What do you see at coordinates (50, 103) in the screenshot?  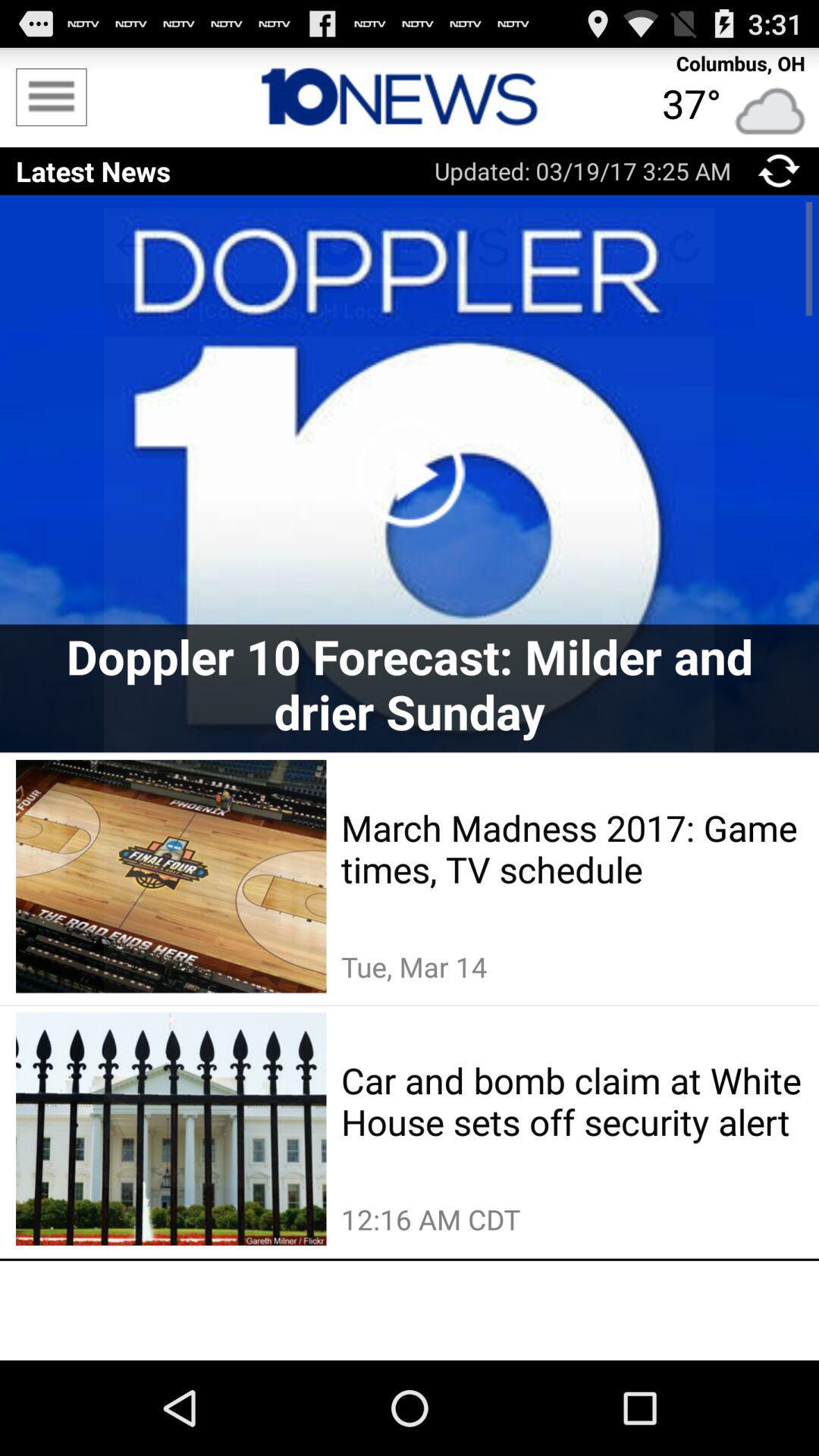 I see `the menu icon` at bounding box center [50, 103].